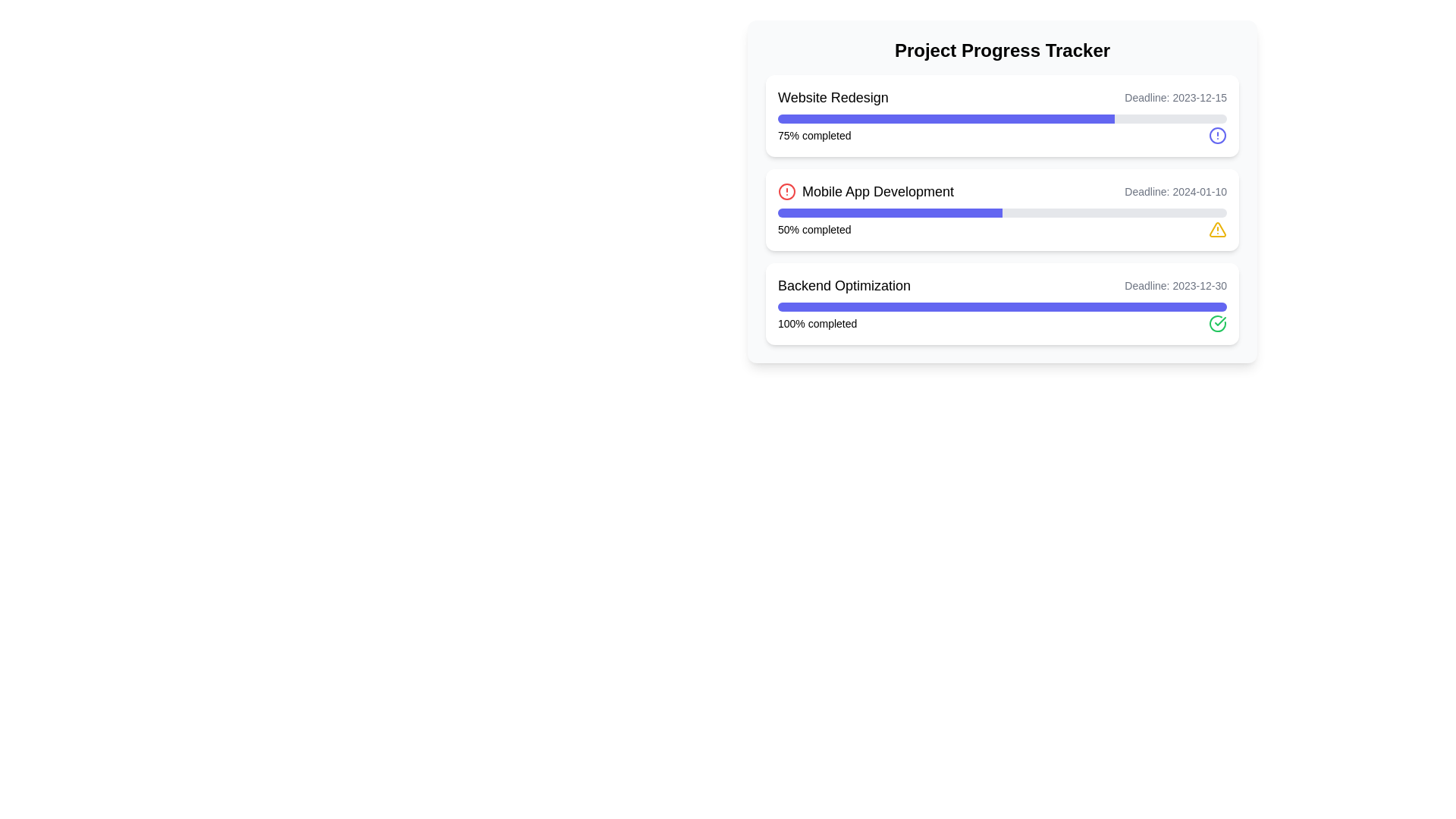 The image size is (1456, 819). I want to click on the progress bar indicating 50% completion of the 'Mobile App Development' task, so click(1002, 213).